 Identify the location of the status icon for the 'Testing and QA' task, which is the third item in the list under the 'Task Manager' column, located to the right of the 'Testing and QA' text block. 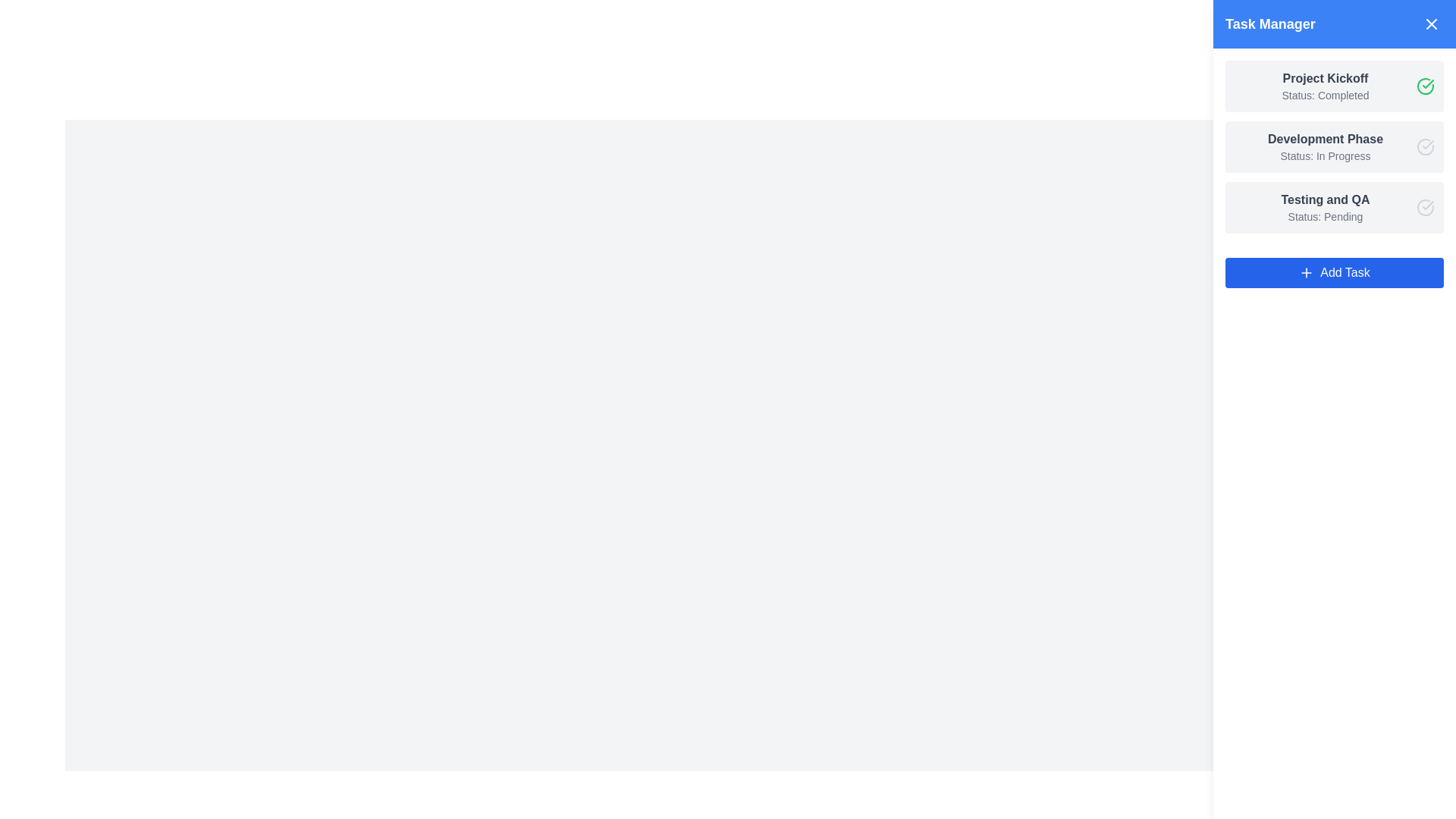
(1425, 207).